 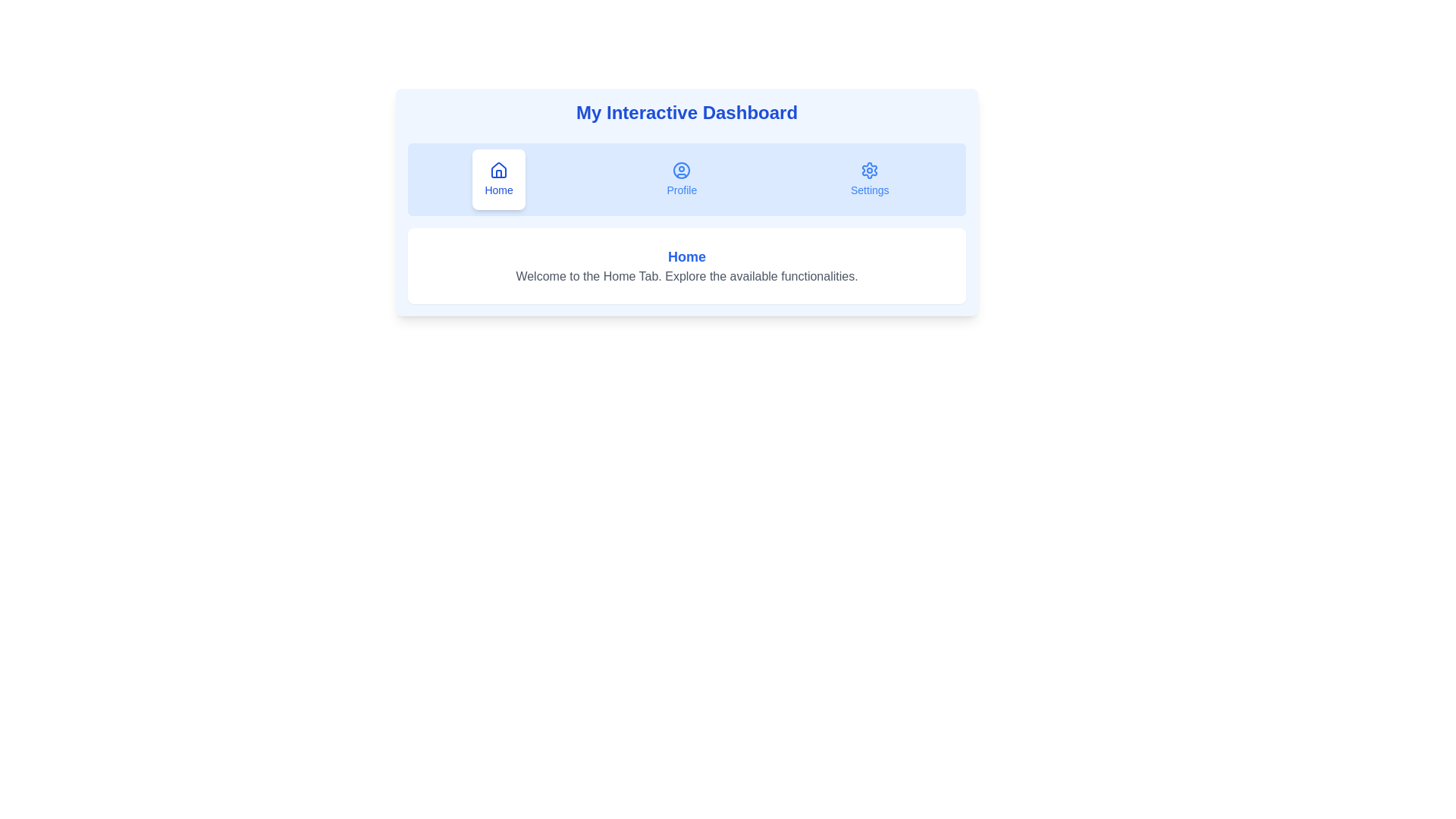 What do you see at coordinates (680, 178) in the screenshot?
I see `the Profile tab by clicking its button` at bounding box center [680, 178].